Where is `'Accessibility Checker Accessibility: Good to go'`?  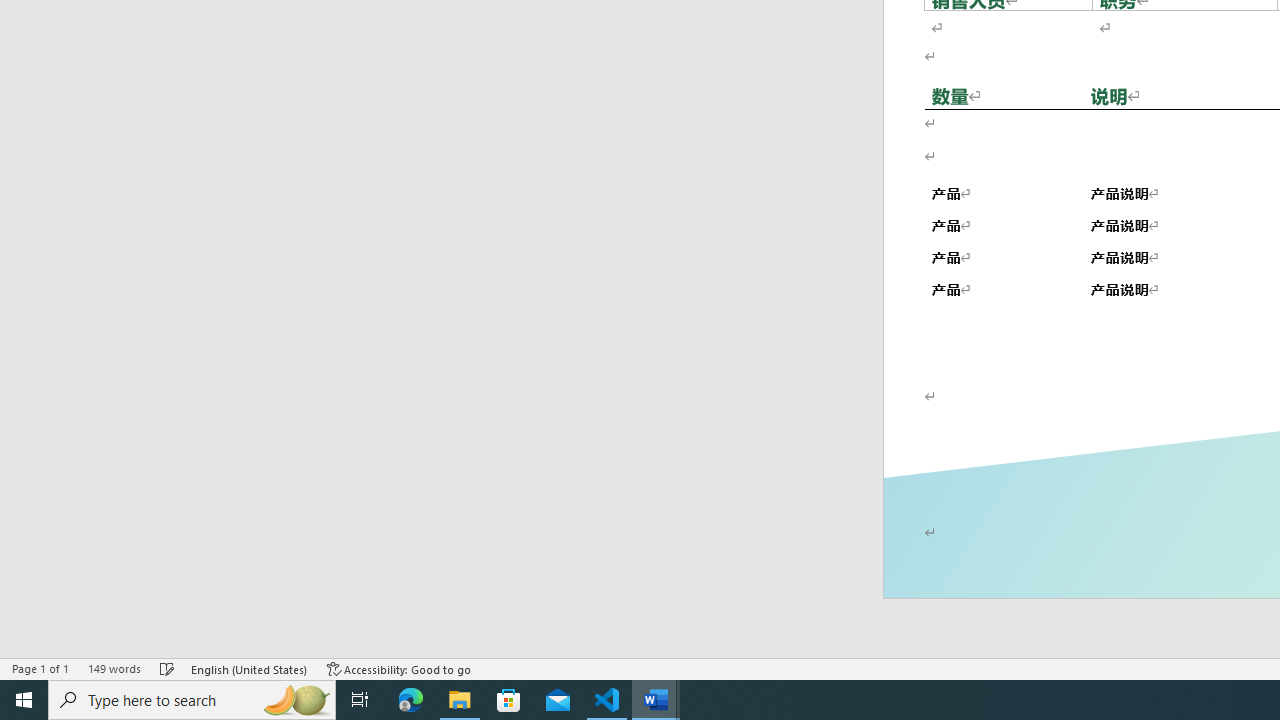 'Accessibility Checker Accessibility: Good to go' is located at coordinates (399, 669).